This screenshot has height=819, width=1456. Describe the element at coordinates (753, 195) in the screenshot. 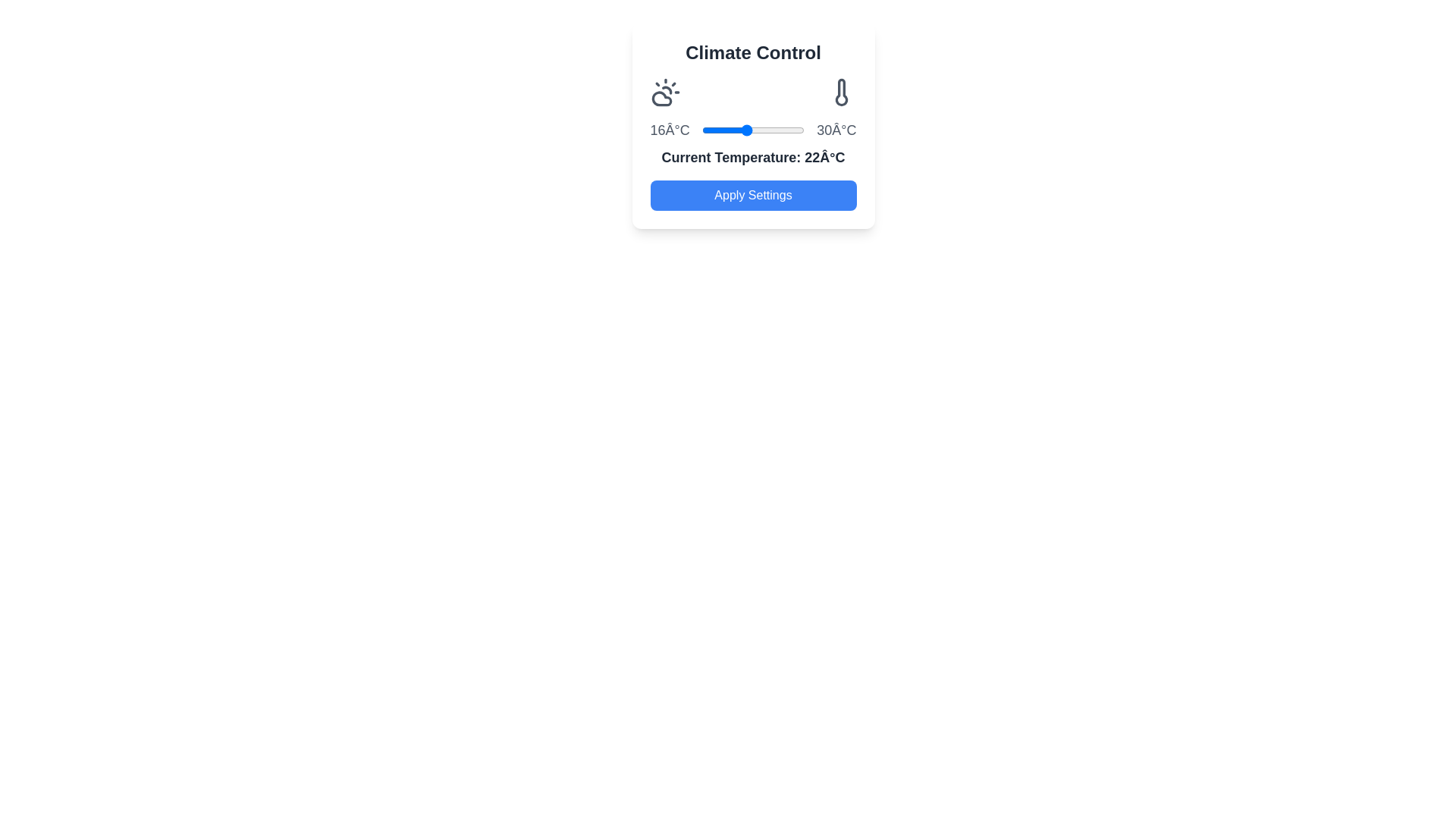

I see `the button located at the bottom of the 'Climate Control' card, directly beneath the text 'Current Temperature: 22°C', to apply settings related to climate control adjustments` at that location.